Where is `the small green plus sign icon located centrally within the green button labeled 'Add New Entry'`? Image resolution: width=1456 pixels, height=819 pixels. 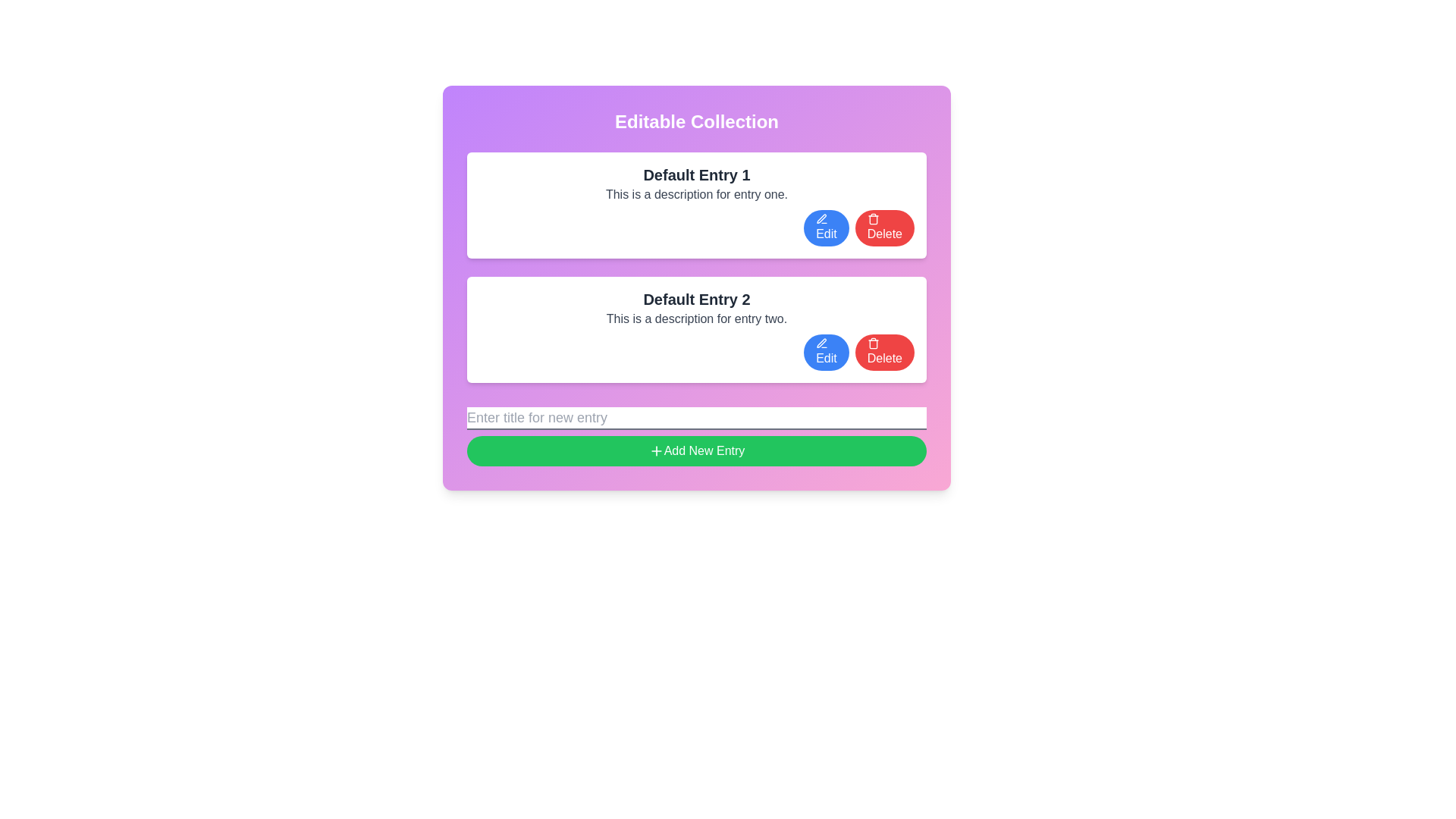
the small green plus sign icon located centrally within the green button labeled 'Add New Entry' is located at coordinates (656, 450).